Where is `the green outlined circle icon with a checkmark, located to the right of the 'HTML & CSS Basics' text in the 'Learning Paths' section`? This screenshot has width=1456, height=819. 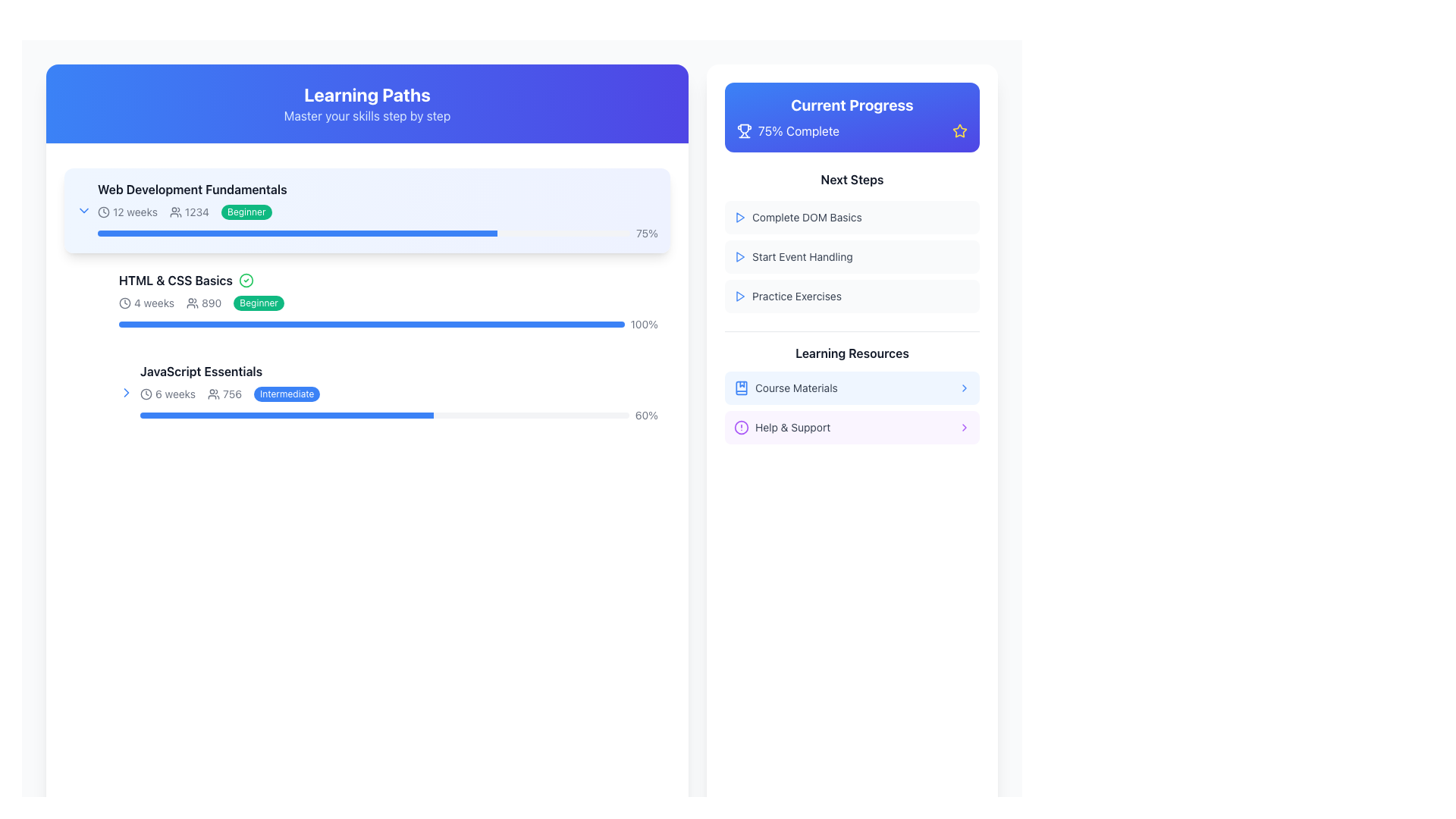 the green outlined circle icon with a checkmark, located to the right of the 'HTML & CSS Basics' text in the 'Learning Paths' section is located at coordinates (246, 281).